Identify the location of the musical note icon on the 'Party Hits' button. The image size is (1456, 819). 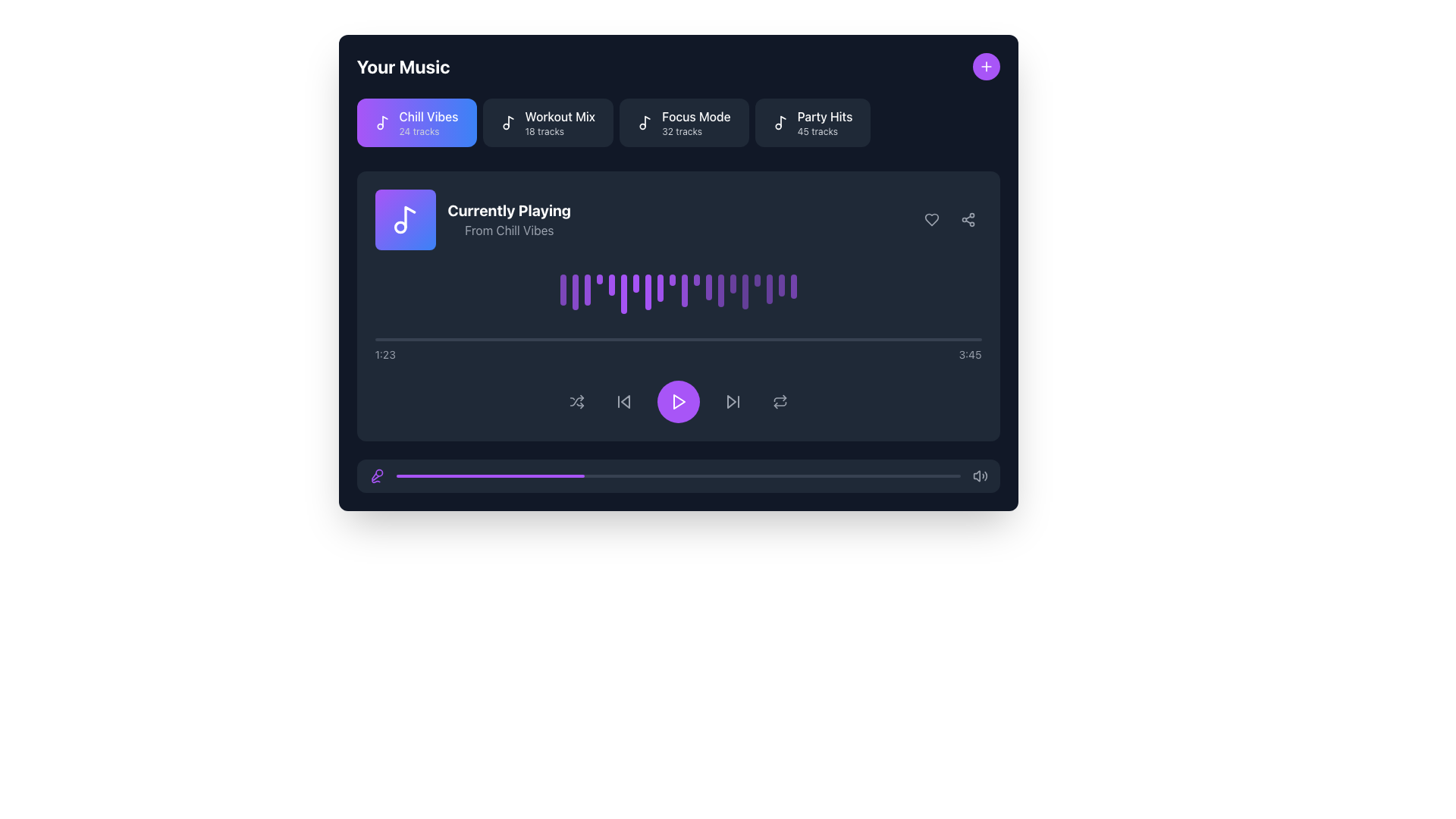
(780, 122).